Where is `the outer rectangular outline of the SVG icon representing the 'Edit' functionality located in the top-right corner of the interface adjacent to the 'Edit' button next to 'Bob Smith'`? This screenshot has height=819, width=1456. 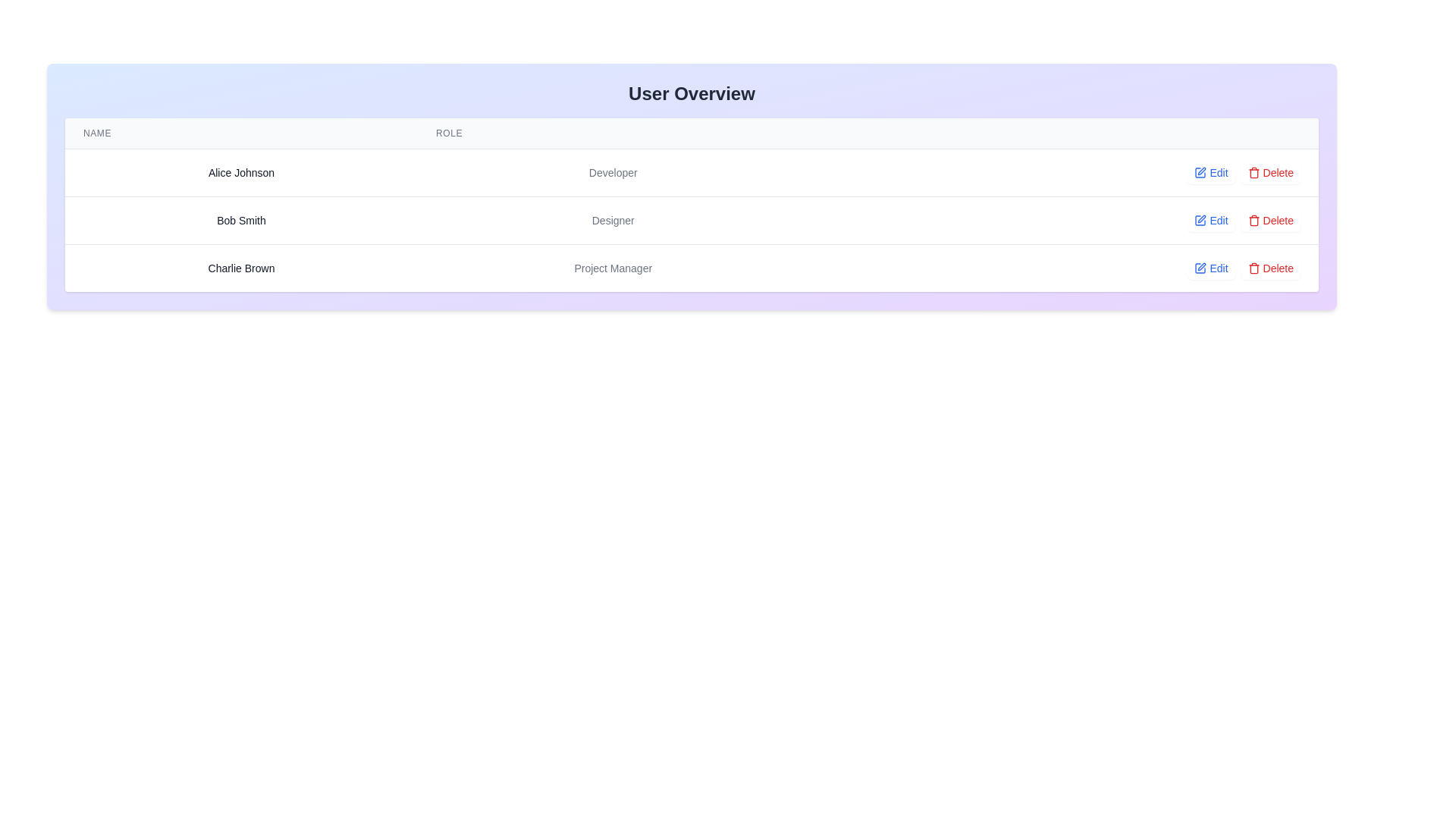
the outer rectangular outline of the SVG icon representing the 'Edit' functionality located in the top-right corner of the interface adjacent to the 'Edit' button next to 'Bob Smith' is located at coordinates (1200, 220).